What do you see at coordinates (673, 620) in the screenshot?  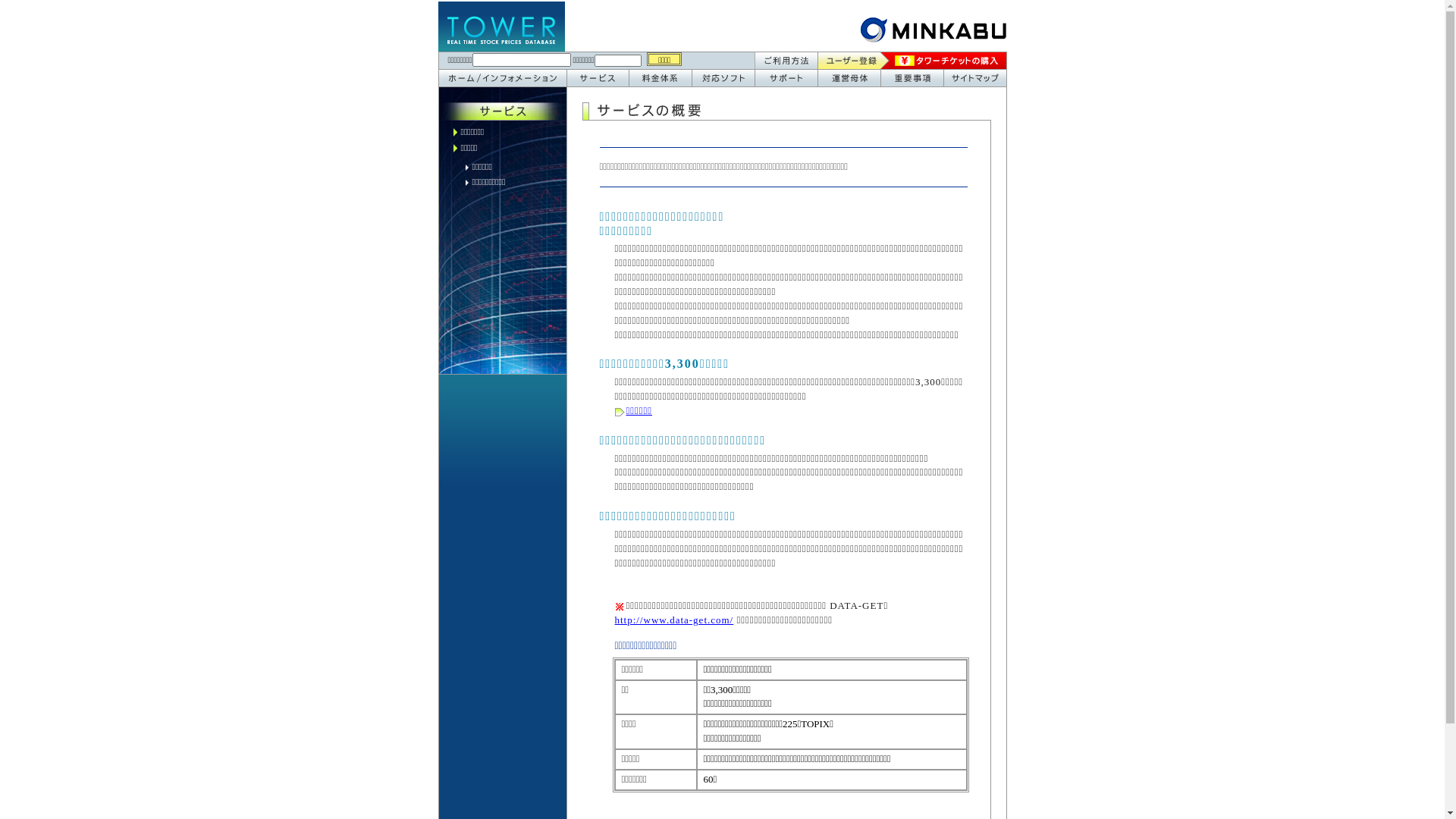 I see `'http://www.data-get.com/'` at bounding box center [673, 620].